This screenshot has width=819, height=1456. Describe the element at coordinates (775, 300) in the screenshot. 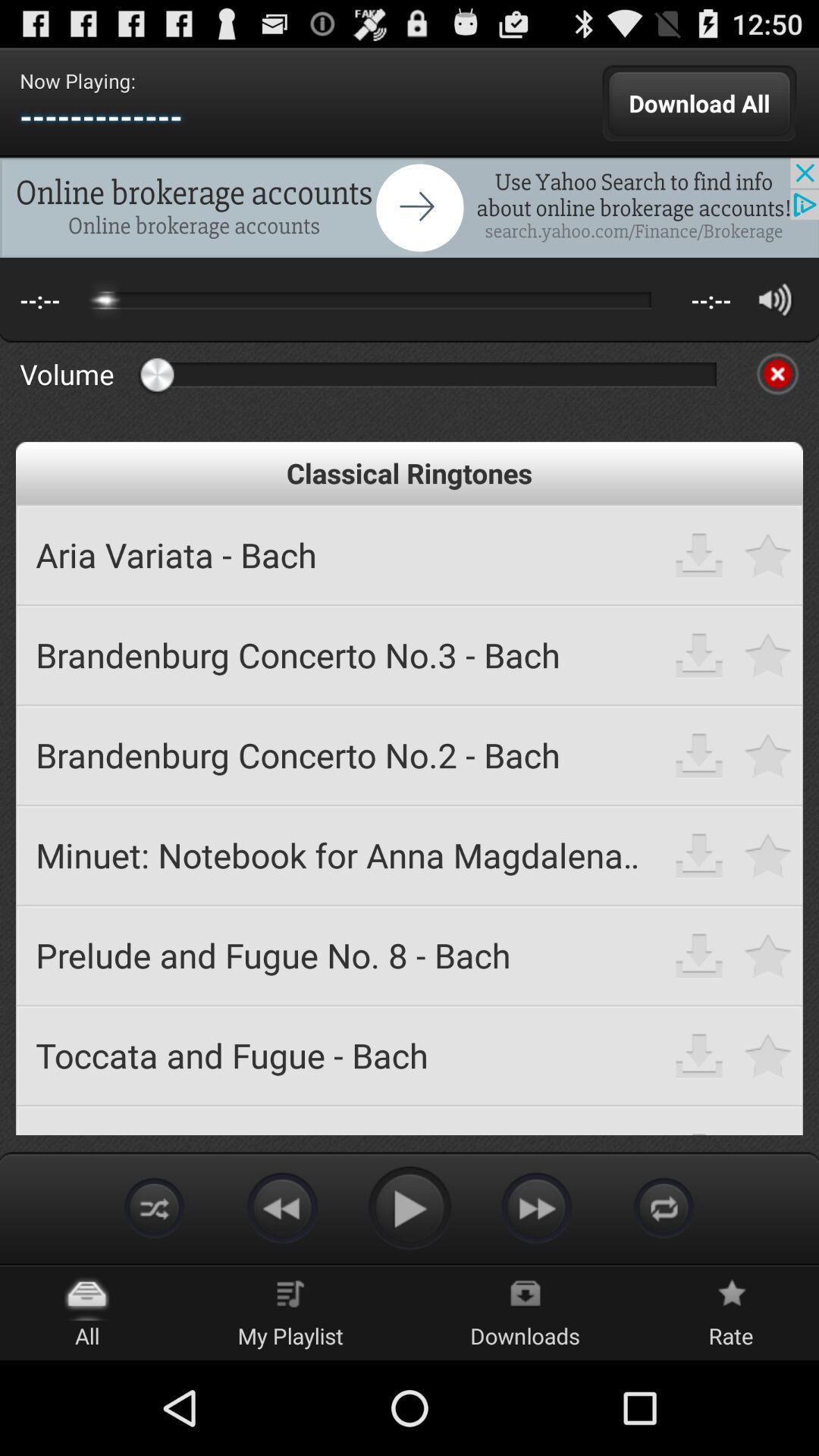

I see `volume` at that location.